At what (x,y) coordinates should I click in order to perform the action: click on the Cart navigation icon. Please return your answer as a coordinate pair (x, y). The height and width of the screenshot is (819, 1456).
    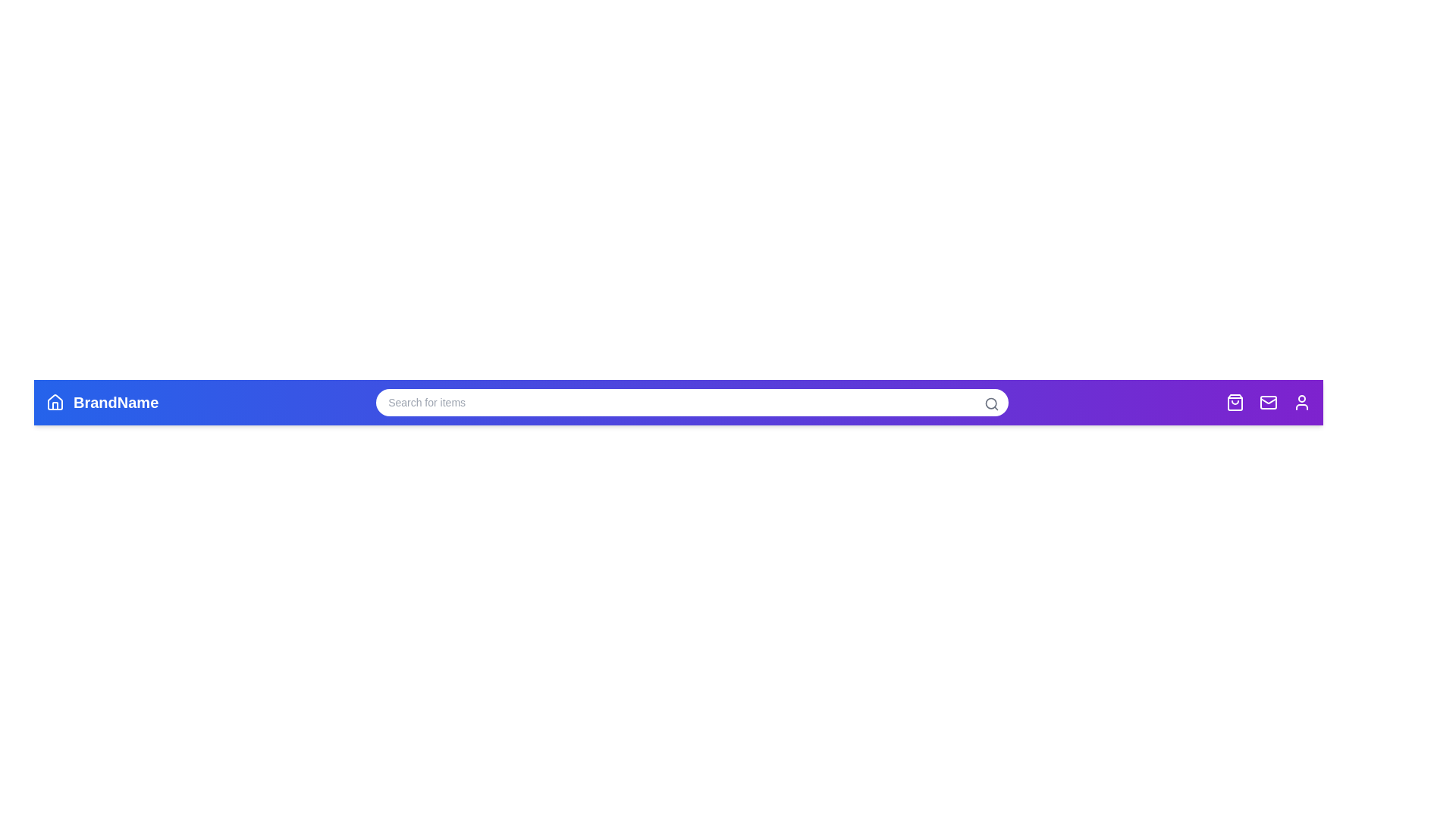
    Looking at the image, I should click on (1235, 402).